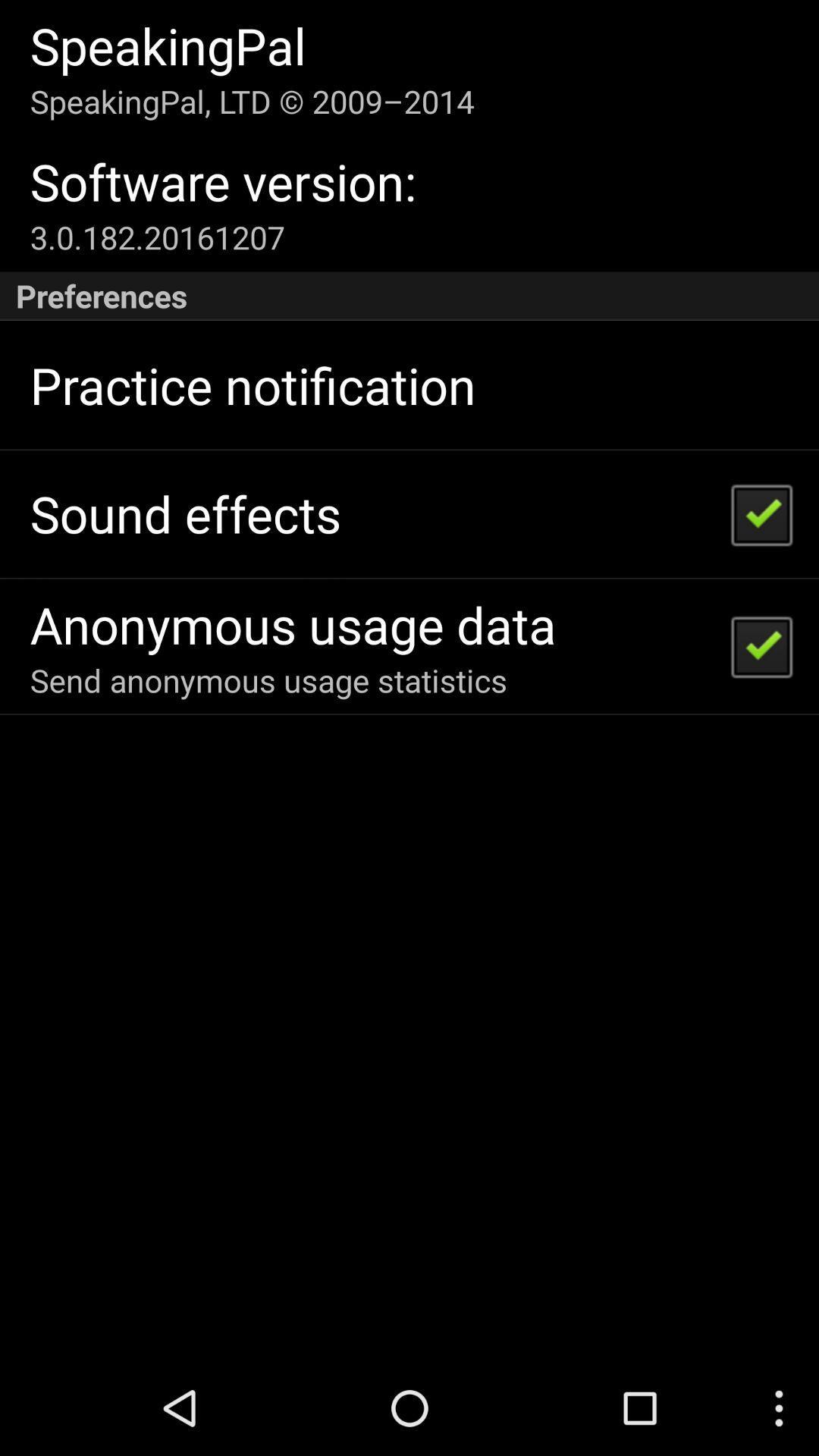  I want to click on icon above preferences item, so click(157, 236).